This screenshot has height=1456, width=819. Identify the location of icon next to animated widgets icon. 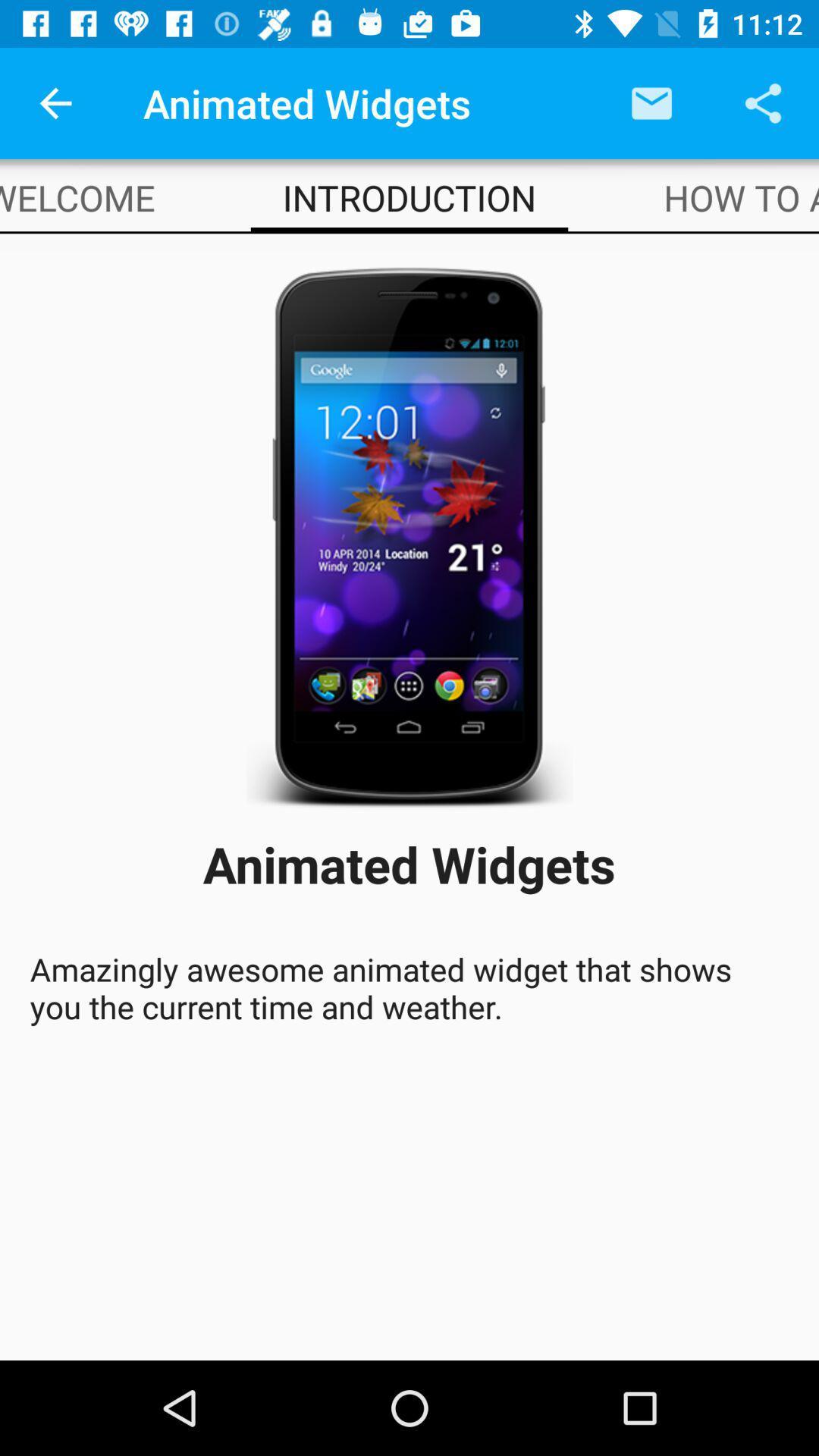
(55, 102).